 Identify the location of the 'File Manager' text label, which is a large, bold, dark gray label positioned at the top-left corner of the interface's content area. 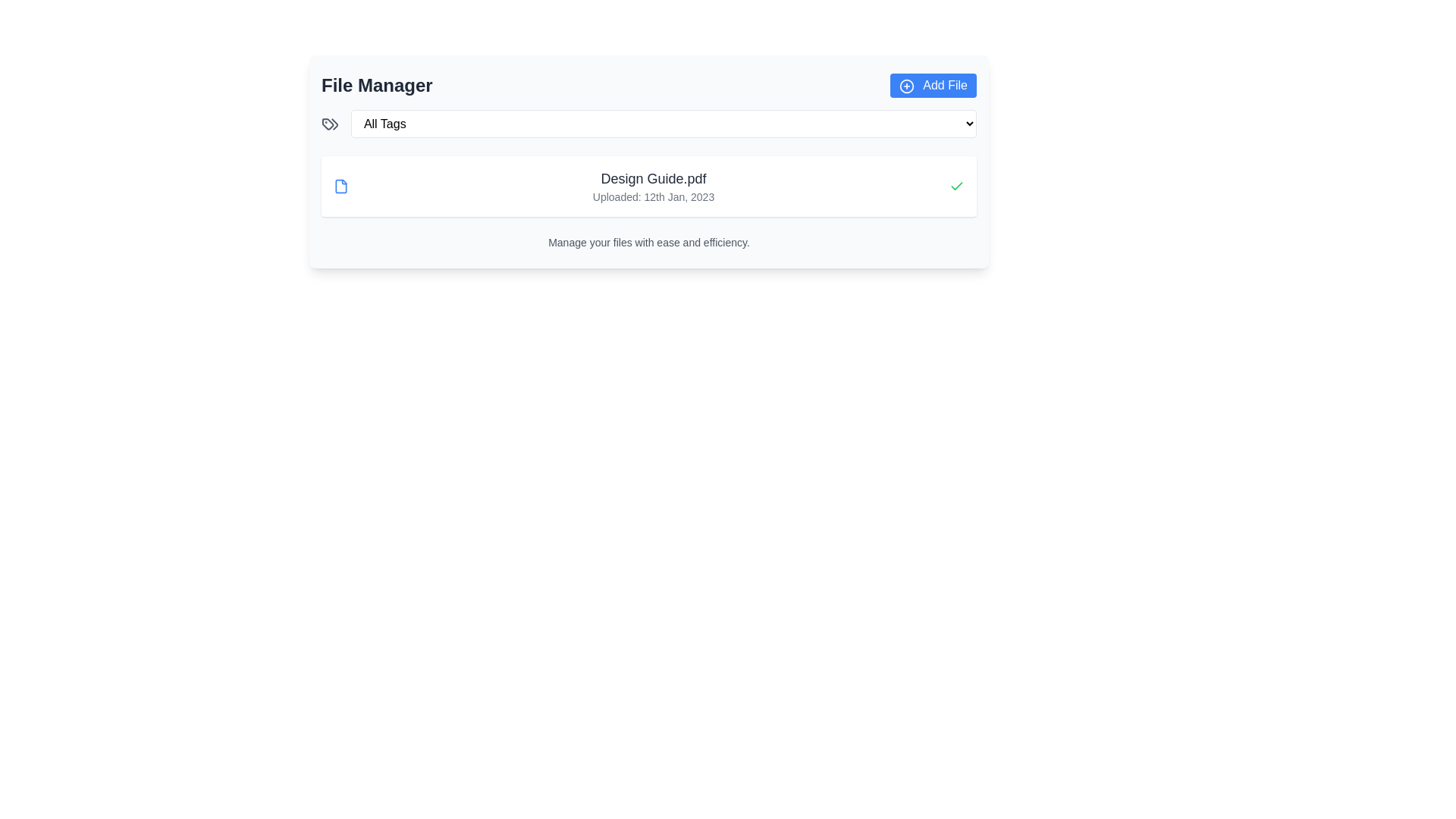
(377, 85).